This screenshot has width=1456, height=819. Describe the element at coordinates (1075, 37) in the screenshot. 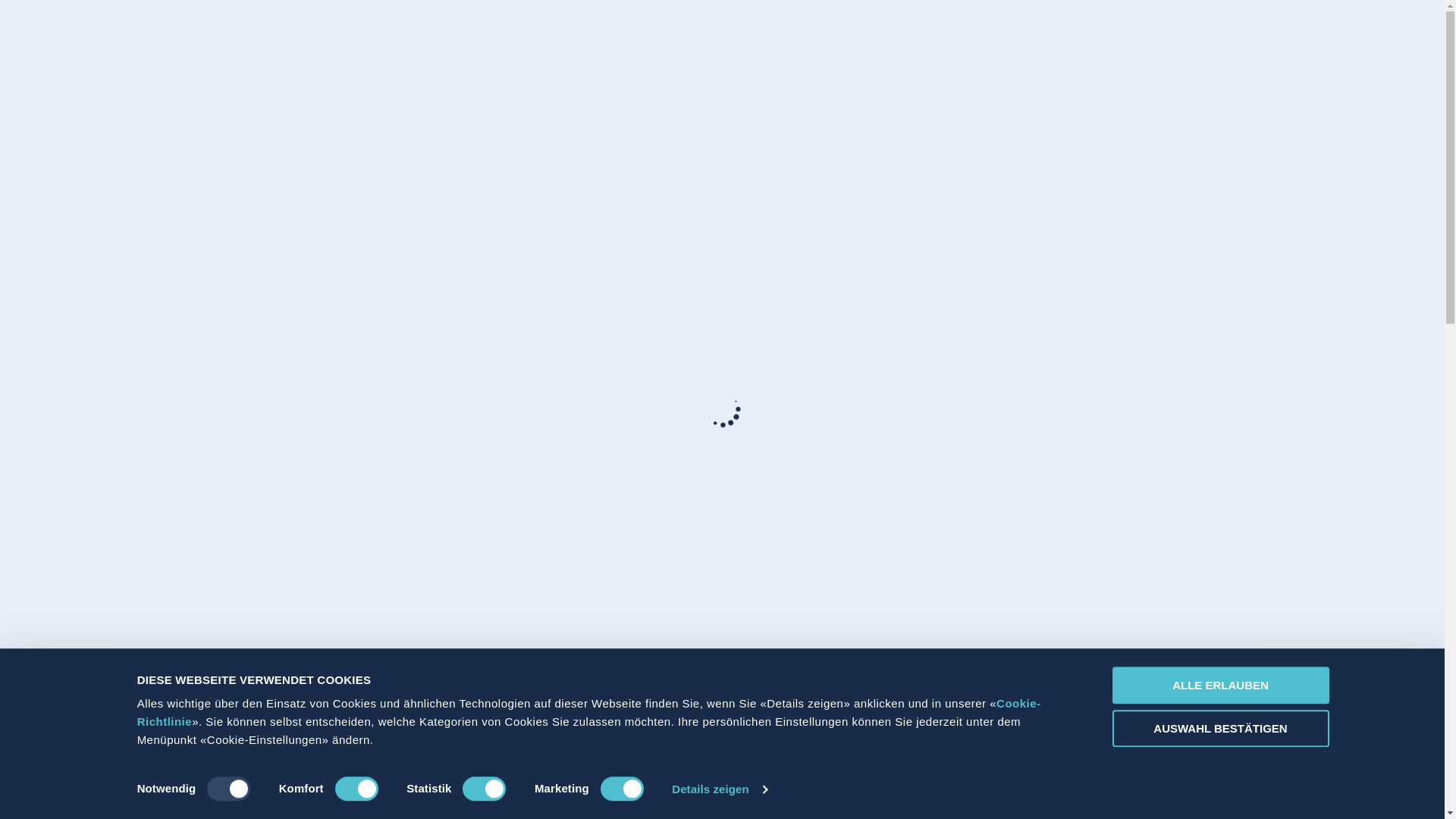

I see `'FR'` at that location.